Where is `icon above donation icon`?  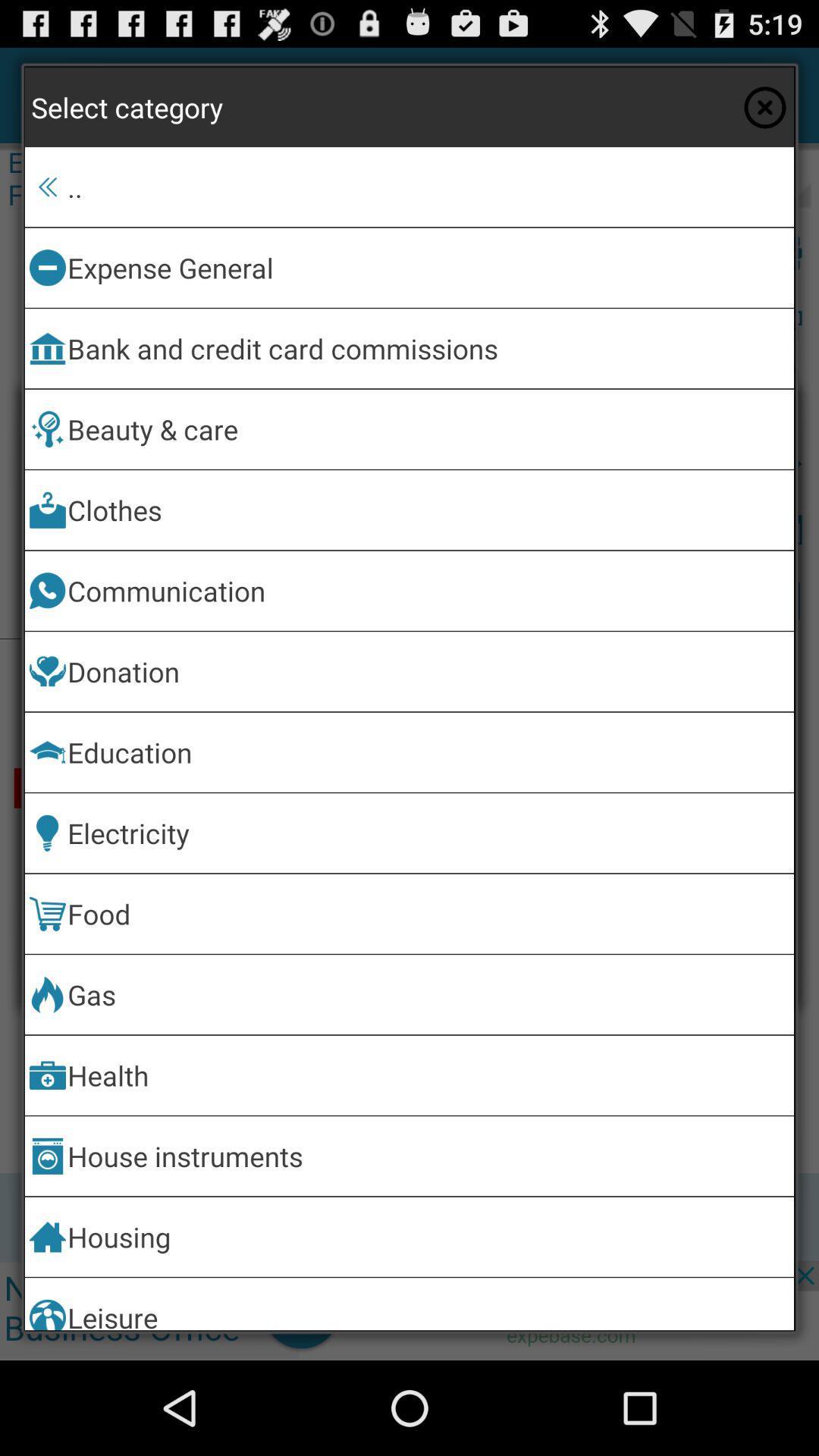 icon above donation icon is located at coordinates (428, 590).